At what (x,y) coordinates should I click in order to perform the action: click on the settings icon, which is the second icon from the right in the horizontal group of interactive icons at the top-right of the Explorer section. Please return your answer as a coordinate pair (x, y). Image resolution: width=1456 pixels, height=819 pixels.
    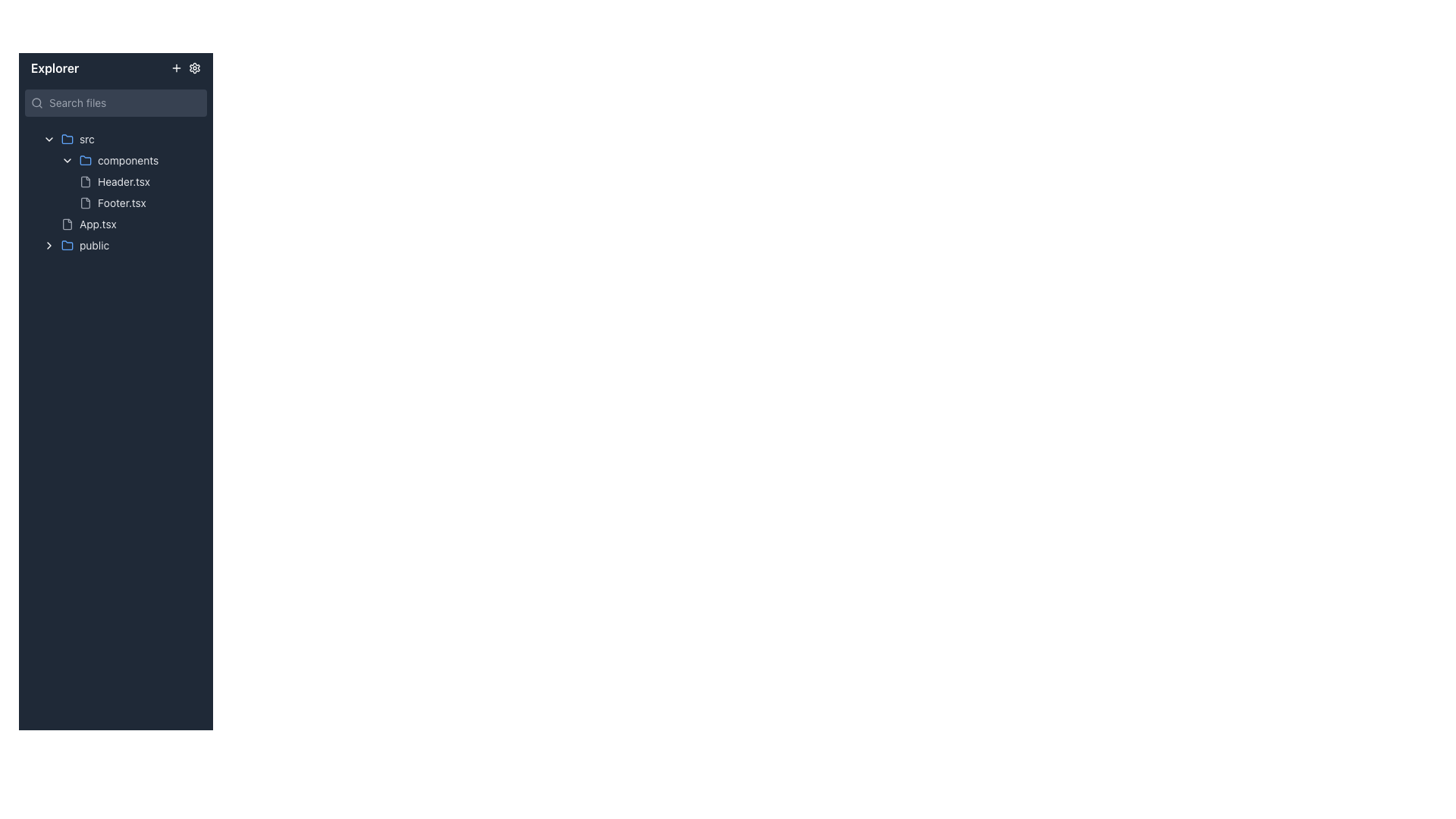
    Looking at the image, I should click on (194, 67).